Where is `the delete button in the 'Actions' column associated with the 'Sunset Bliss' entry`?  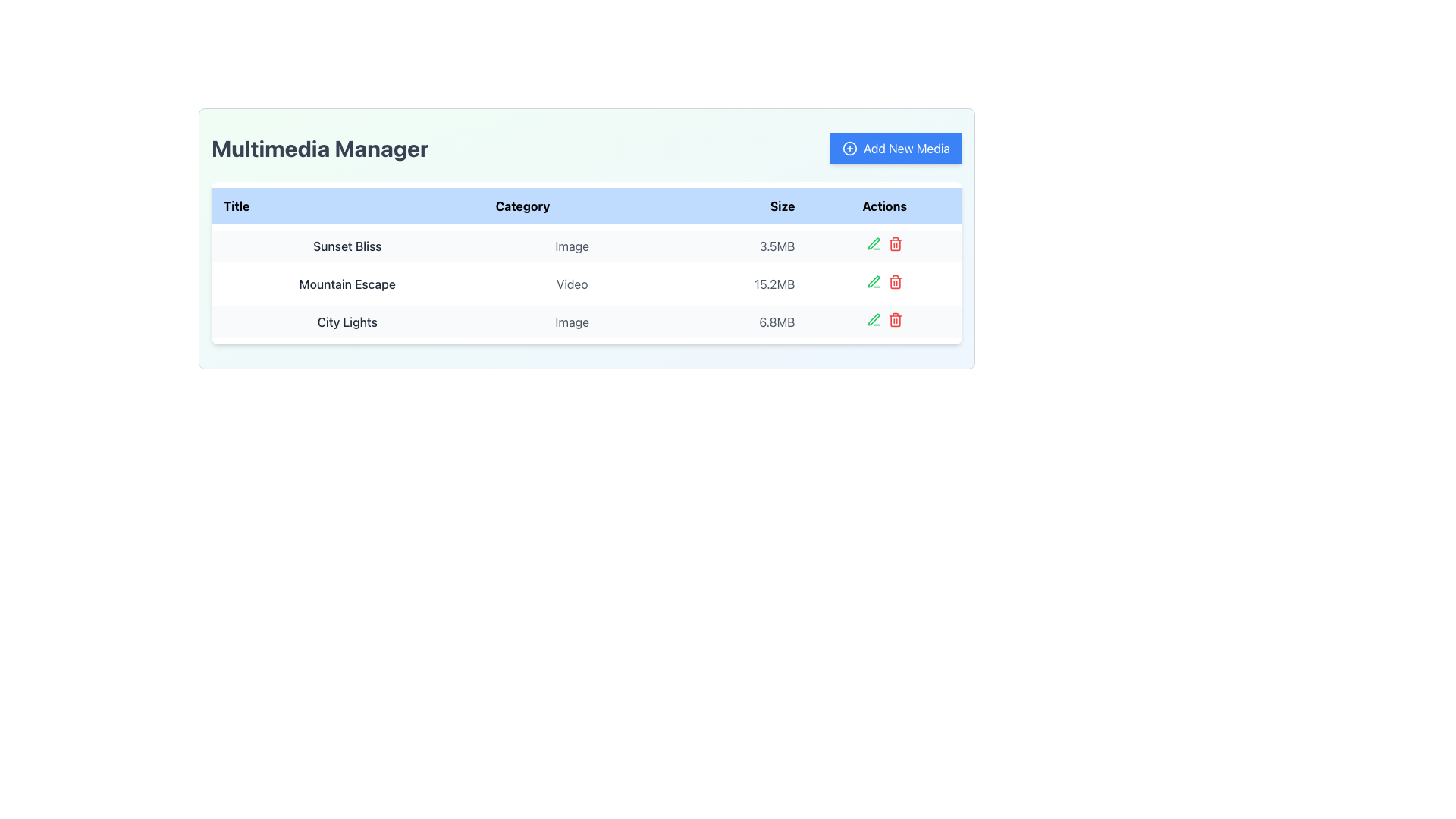
the delete button in the 'Actions' column associated with the 'Sunset Bliss' entry is located at coordinates (895, 243).